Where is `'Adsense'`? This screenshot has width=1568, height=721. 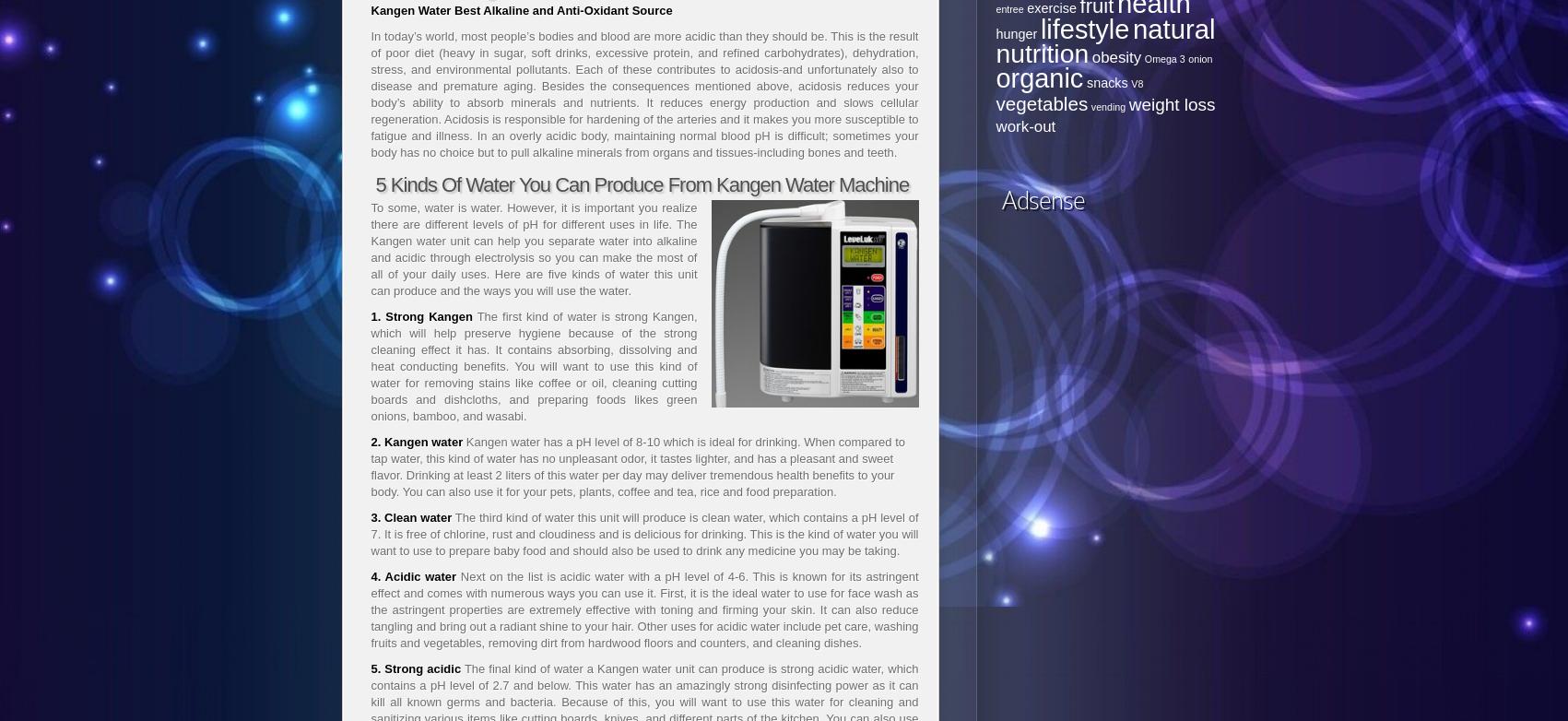 'Adsense' is located at coordinates (1041, 199).